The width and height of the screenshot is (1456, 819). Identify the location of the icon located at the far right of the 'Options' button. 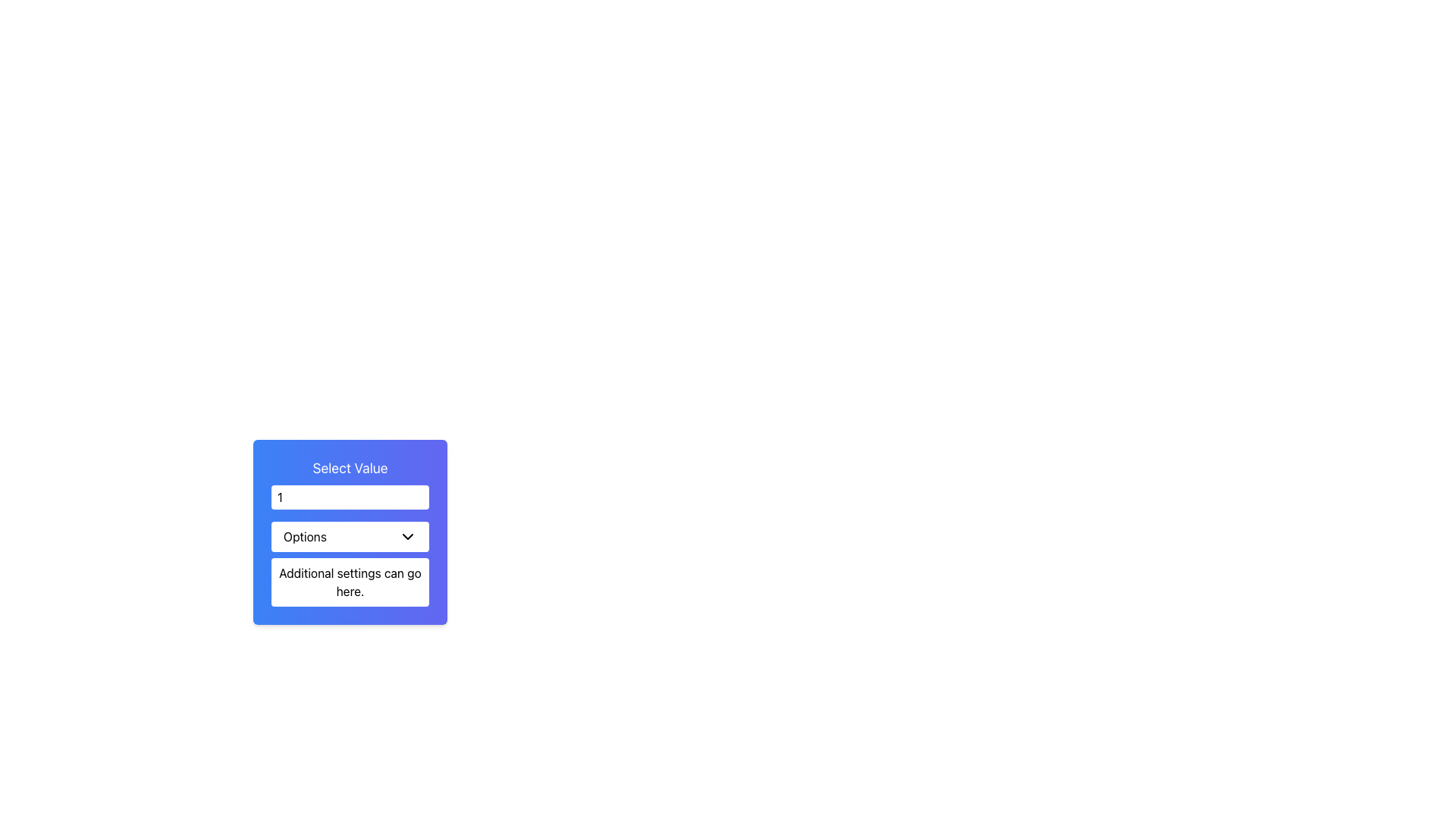
(407, 536).